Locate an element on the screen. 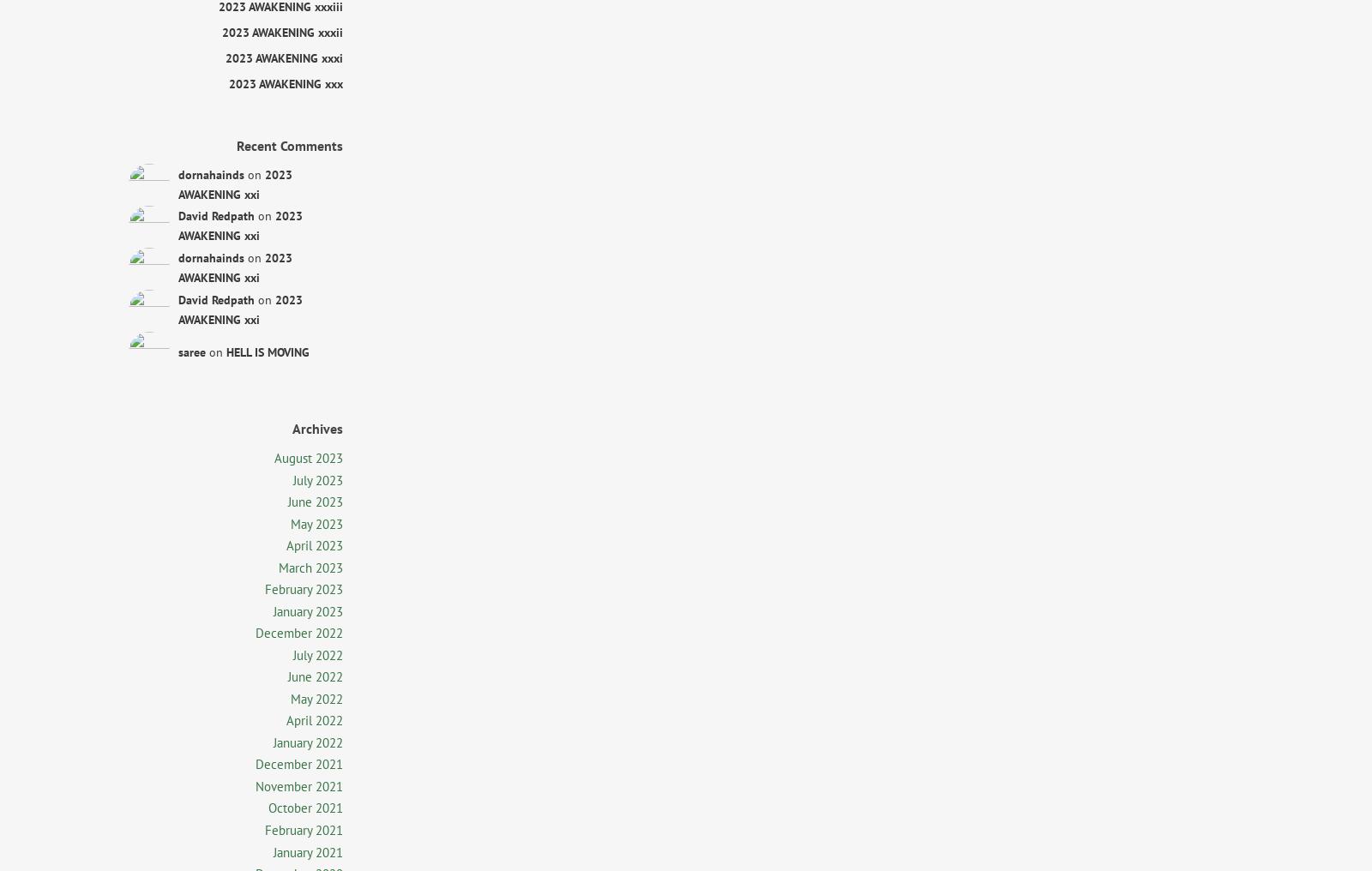 The height and width of the screenshot is (871, 1372). 'January 2022' is located at coordinates (274, 742).